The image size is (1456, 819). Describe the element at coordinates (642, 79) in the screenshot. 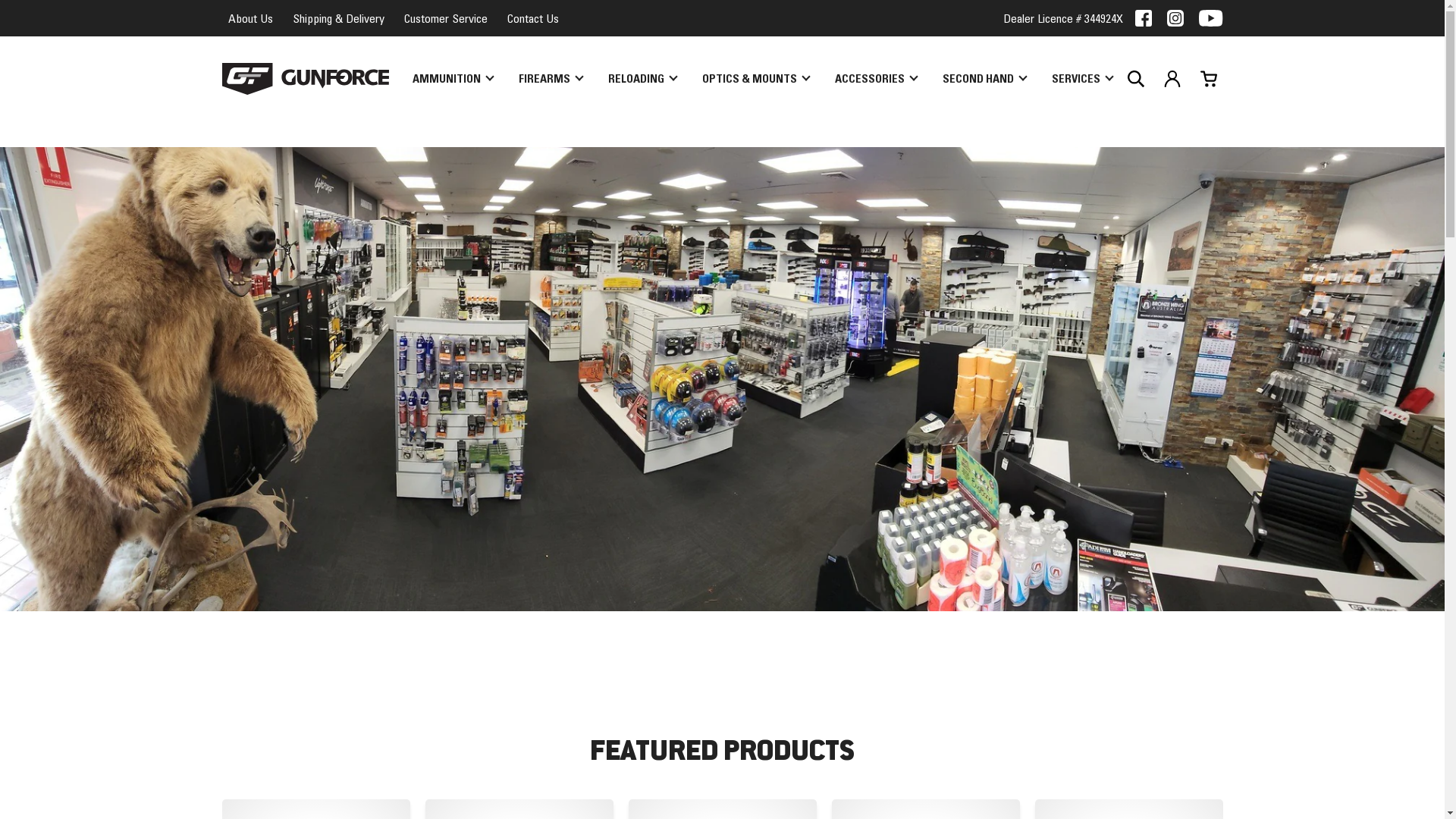

I see `'RELOADING'` at that location.